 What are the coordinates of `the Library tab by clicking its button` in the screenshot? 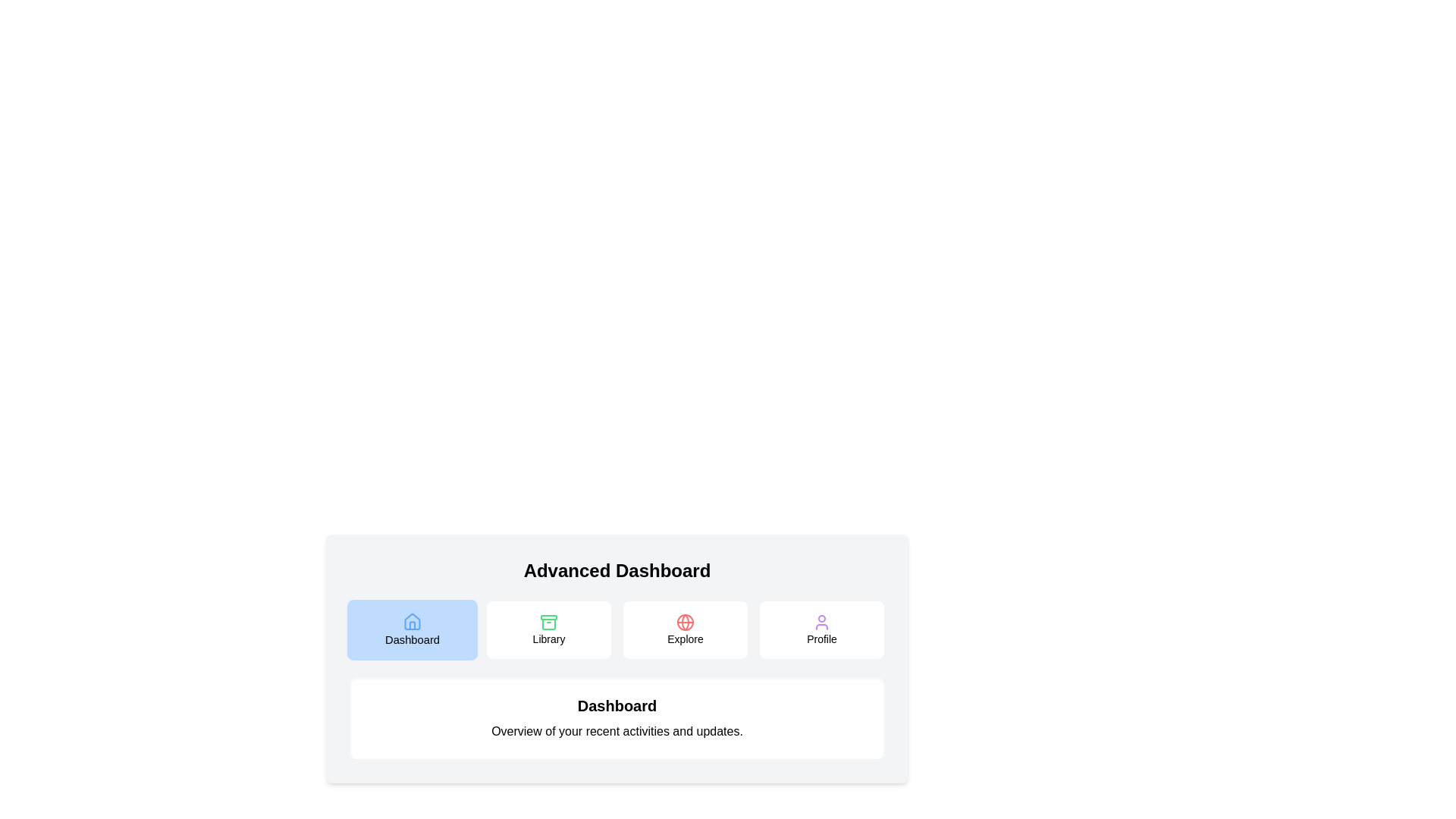 It's located at (548, 629).